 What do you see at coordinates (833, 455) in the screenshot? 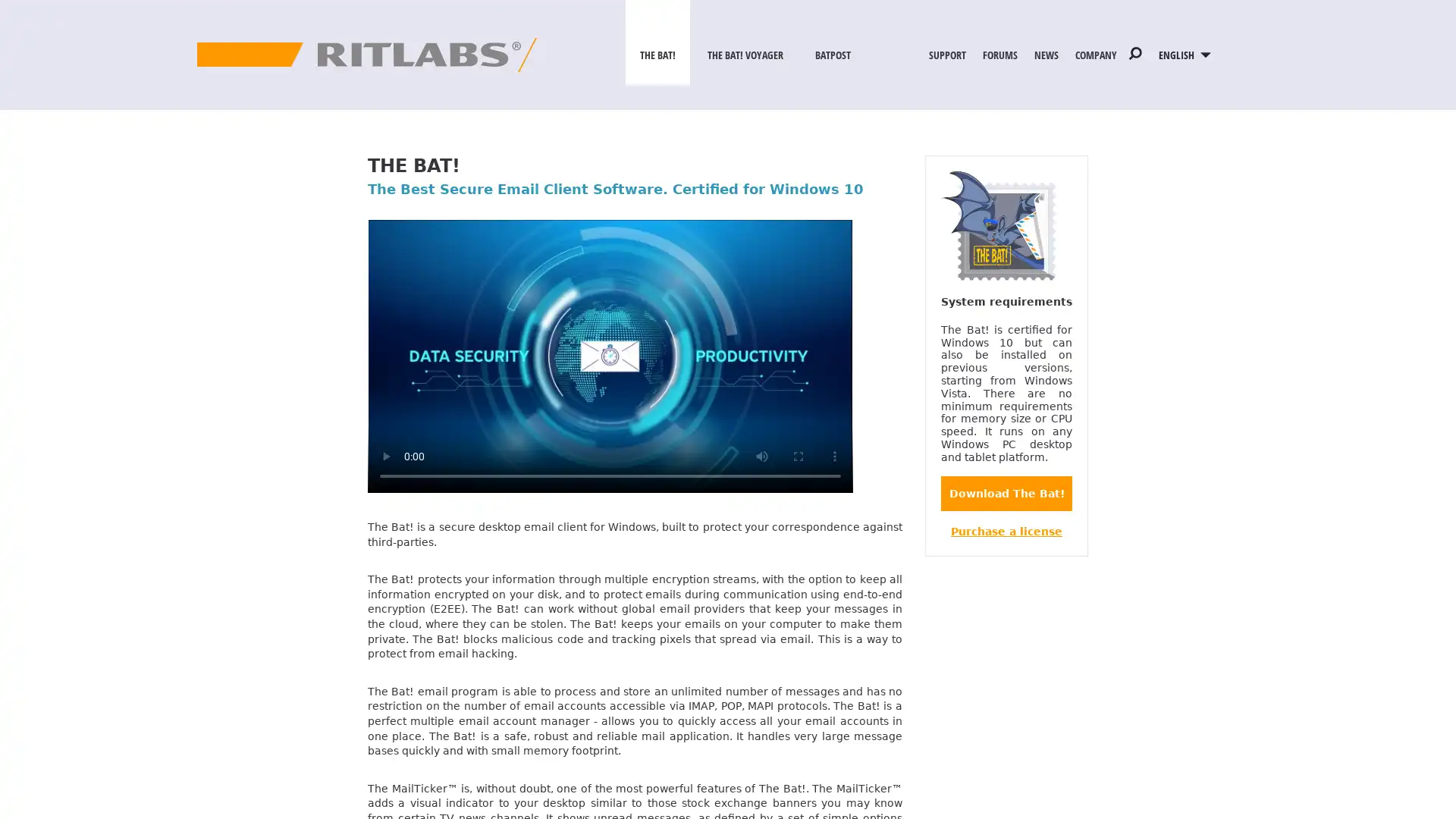
I see `show more media controls` at bounding box center [833, 455].